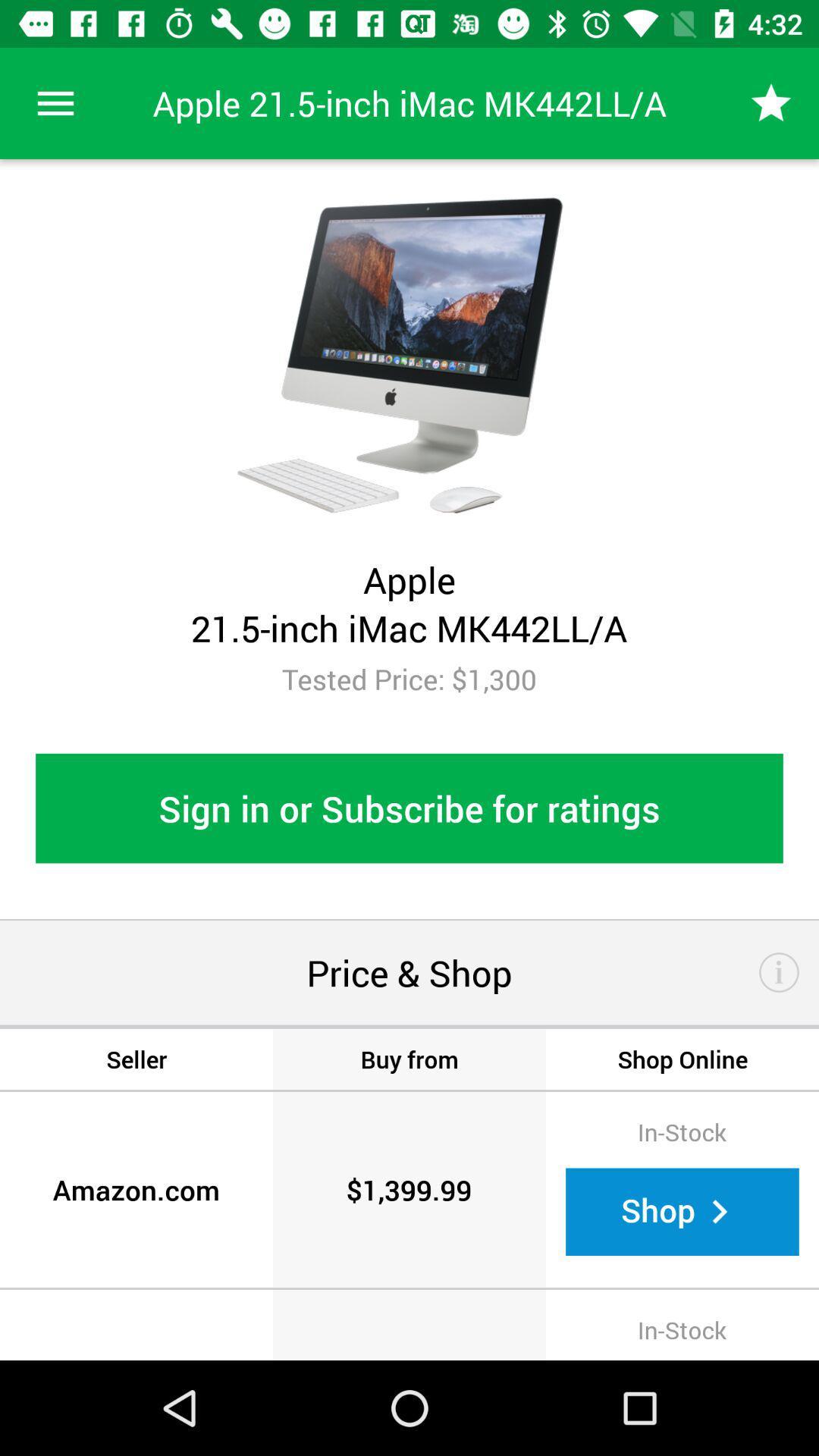 The image size is (819, 1456). Describe the element at coordinates (771, 102) in the screenshot. I see `item above tested price 1 icon` at that location.